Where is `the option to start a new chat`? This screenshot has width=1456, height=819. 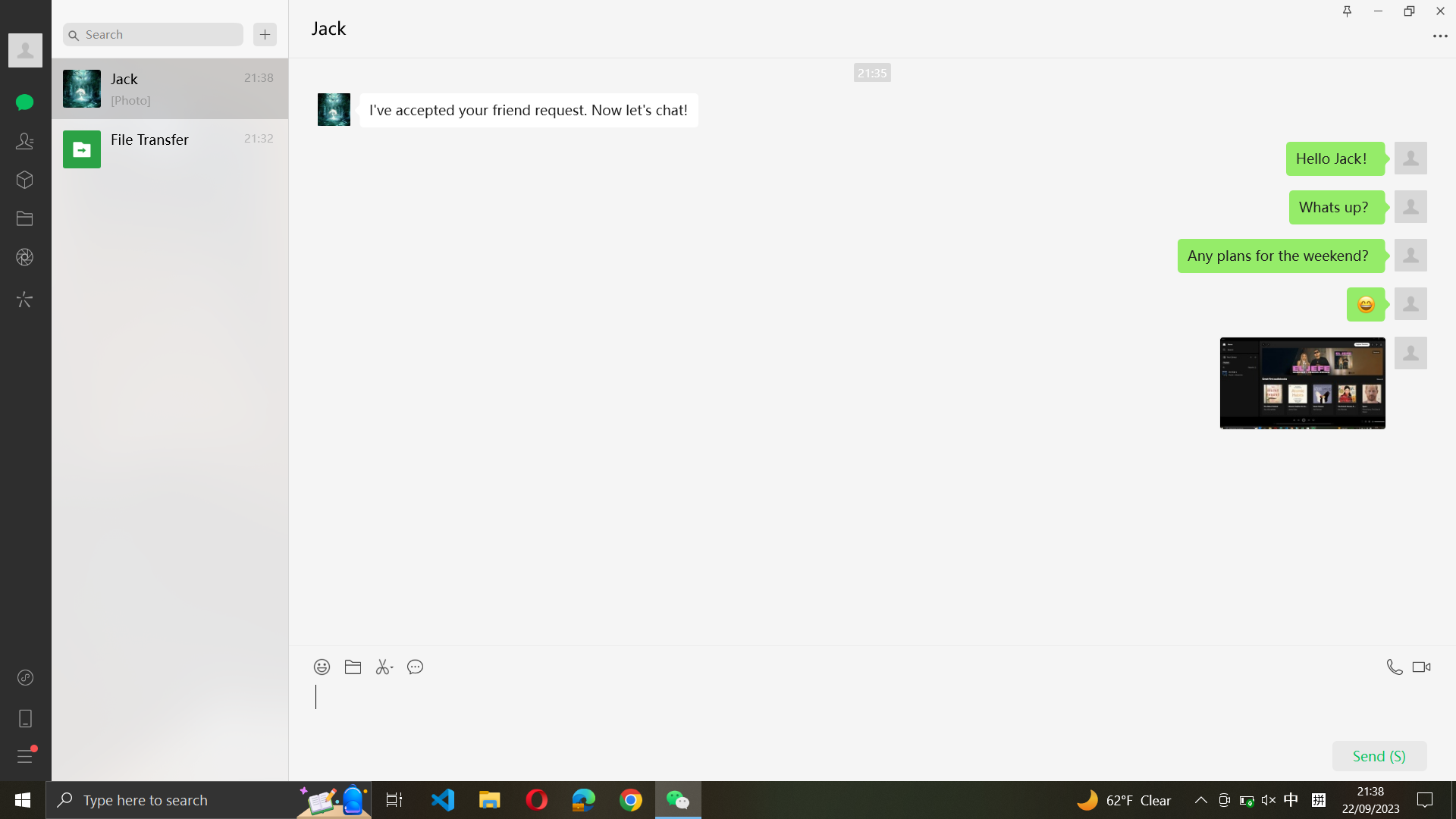
the option to start a new chat is located at coordinates (265, 34).